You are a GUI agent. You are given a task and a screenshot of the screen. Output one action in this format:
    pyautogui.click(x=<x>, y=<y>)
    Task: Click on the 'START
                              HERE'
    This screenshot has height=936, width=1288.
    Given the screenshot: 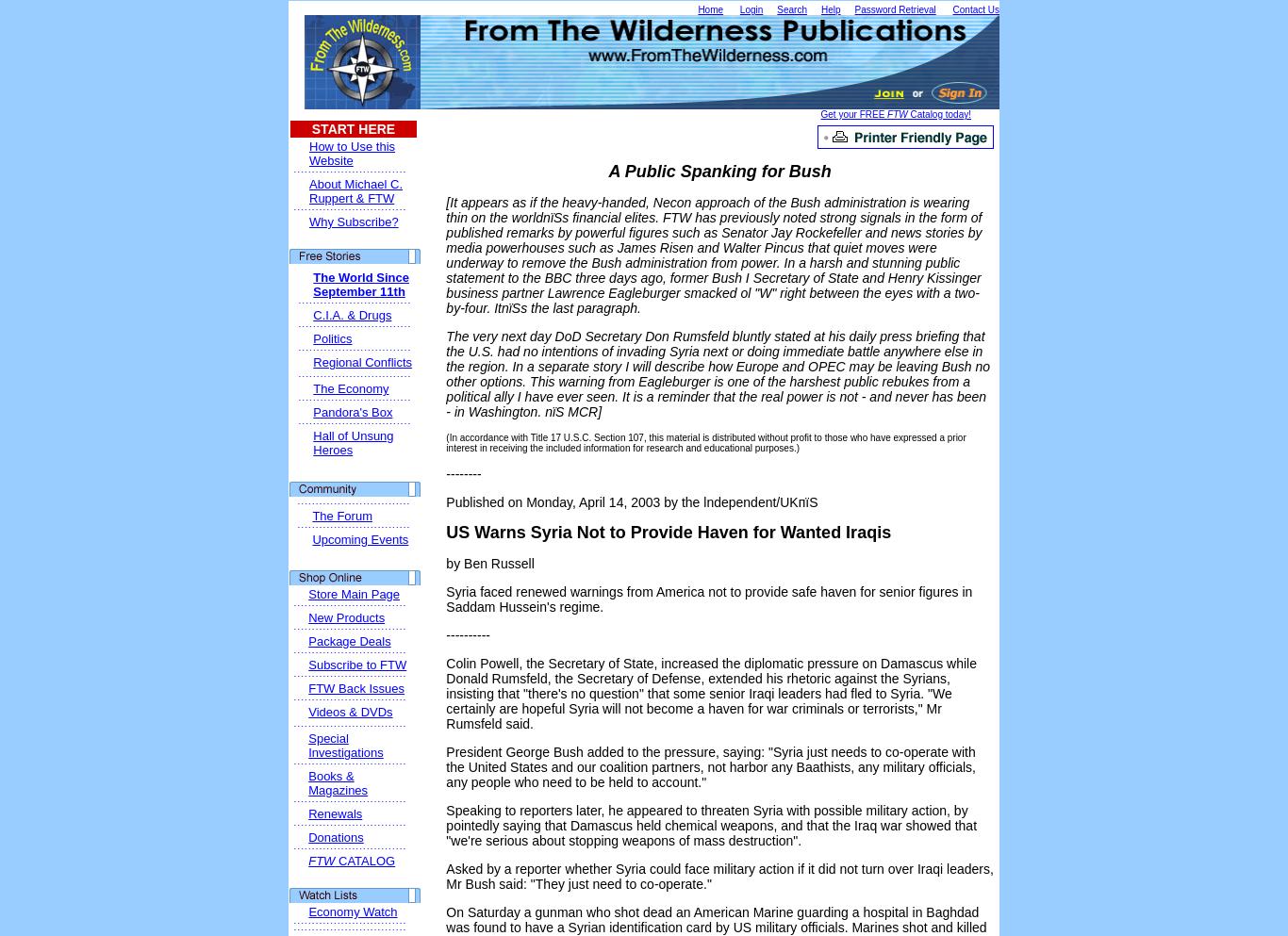 What is the action you would take?
    pyautogui.click(x=352, y=129)
    